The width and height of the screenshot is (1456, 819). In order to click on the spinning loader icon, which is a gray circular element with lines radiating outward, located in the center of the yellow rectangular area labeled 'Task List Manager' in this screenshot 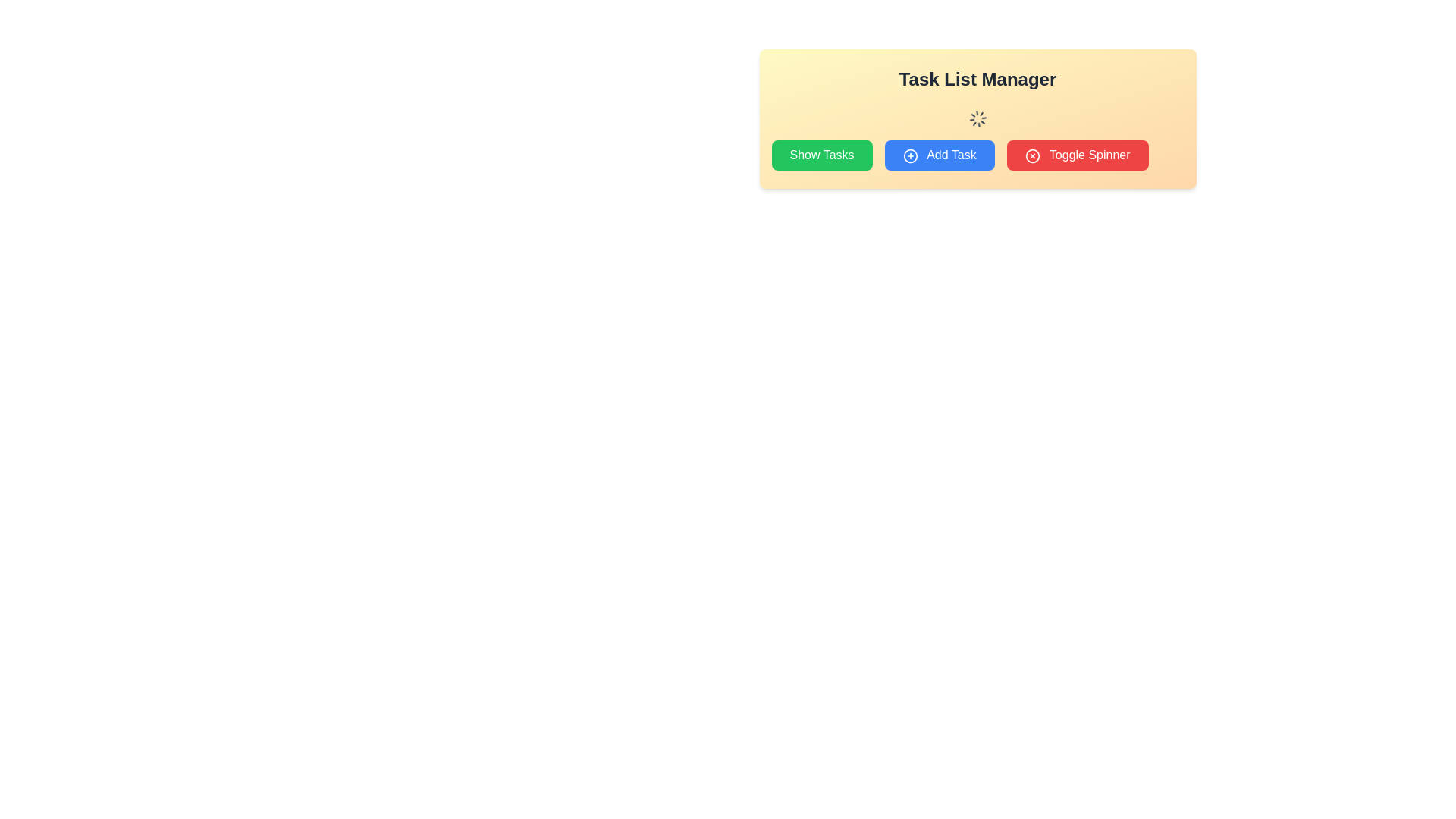, I will do `click(977, 118)`.